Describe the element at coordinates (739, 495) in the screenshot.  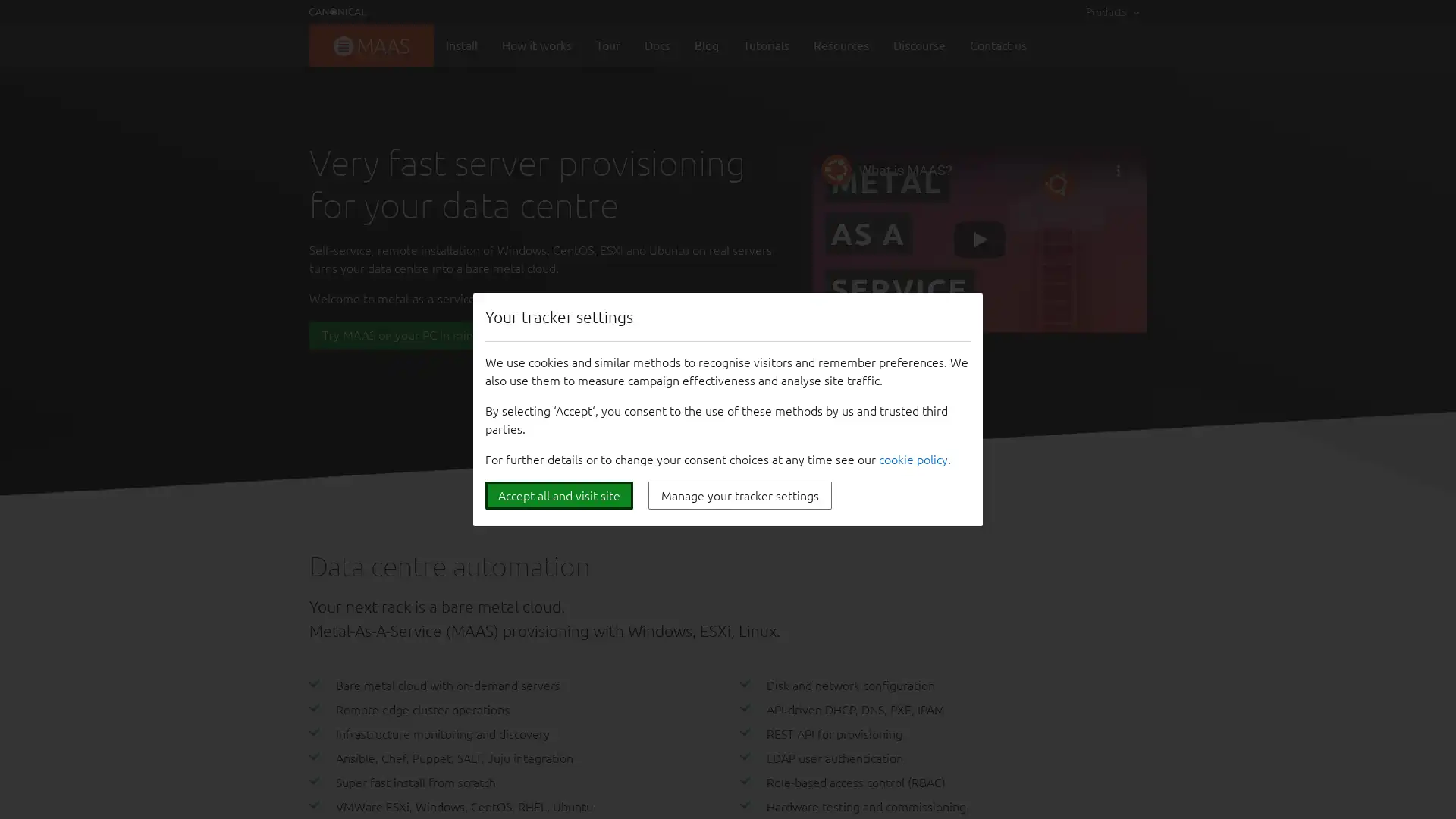
I see `Manage your tracker settings` at that location.